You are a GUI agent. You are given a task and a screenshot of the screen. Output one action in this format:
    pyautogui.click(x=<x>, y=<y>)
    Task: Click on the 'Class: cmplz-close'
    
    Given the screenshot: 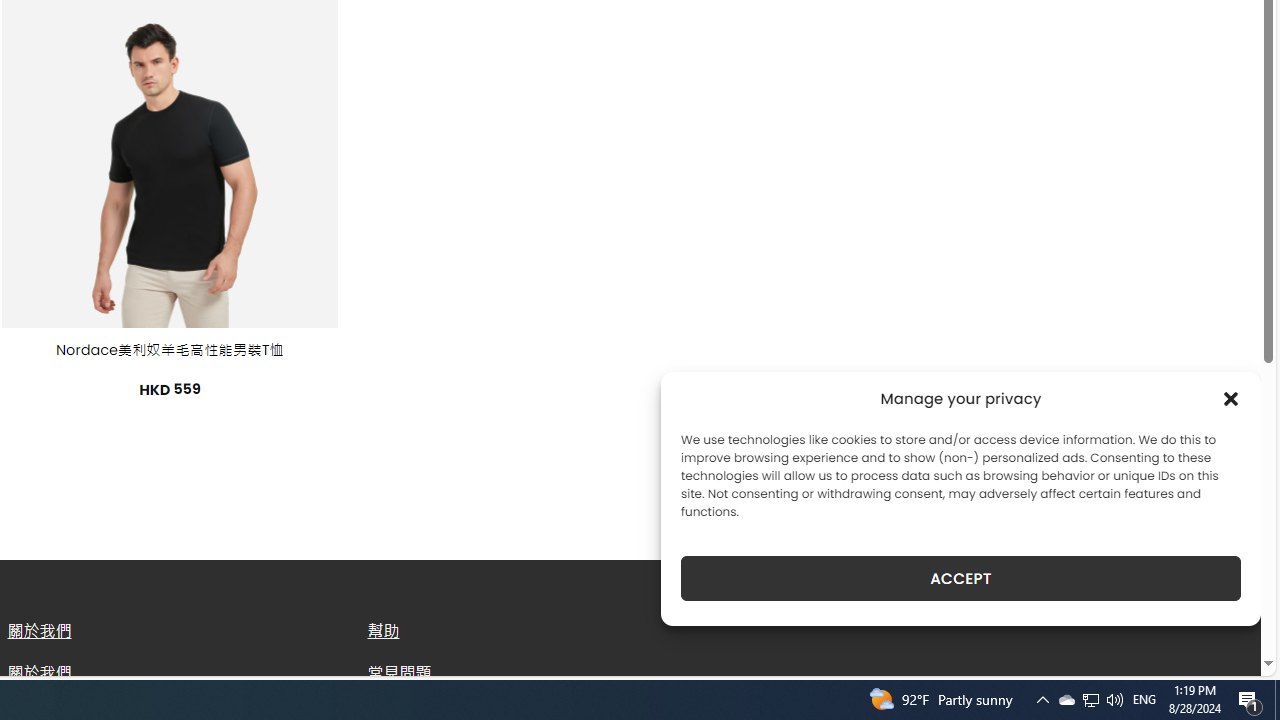 What is the action you would take?
    pyautogui.click(x=1230, y=398)
    